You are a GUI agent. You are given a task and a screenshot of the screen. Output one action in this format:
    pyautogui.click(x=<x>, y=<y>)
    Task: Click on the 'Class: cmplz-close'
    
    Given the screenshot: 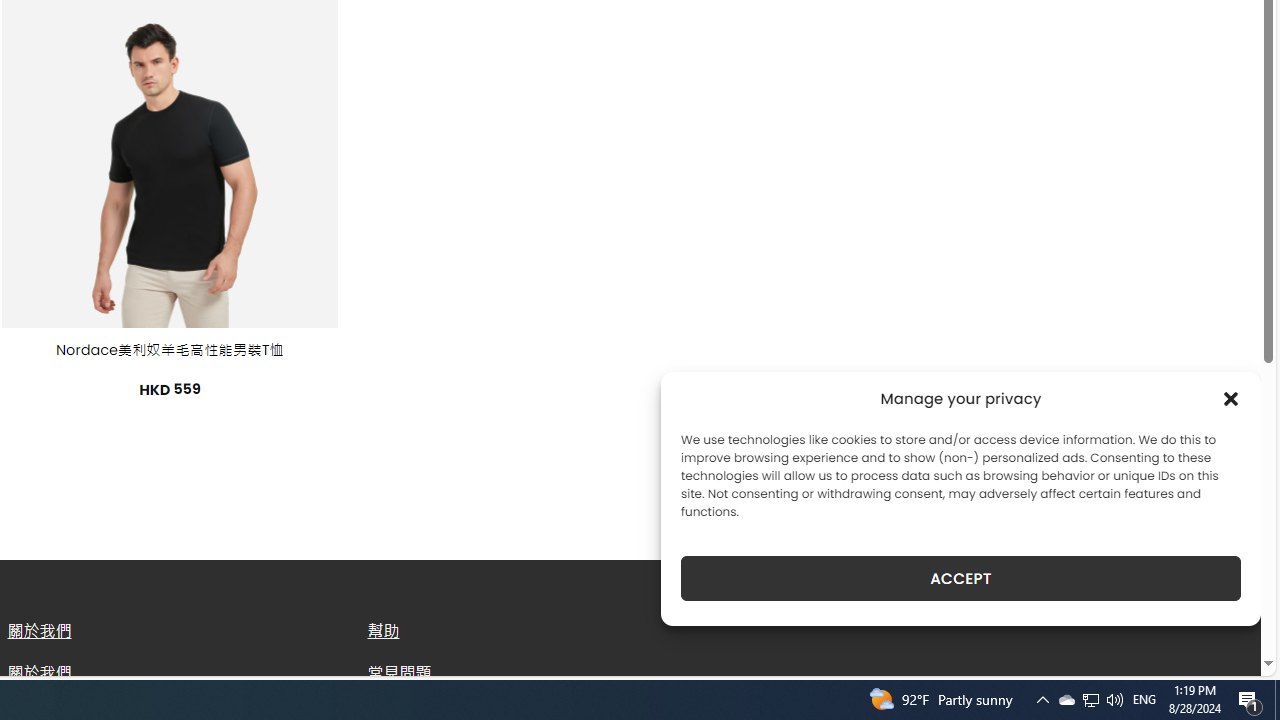 What is the action you would take?
    pyautogui.click(x=1230, y=398)
    